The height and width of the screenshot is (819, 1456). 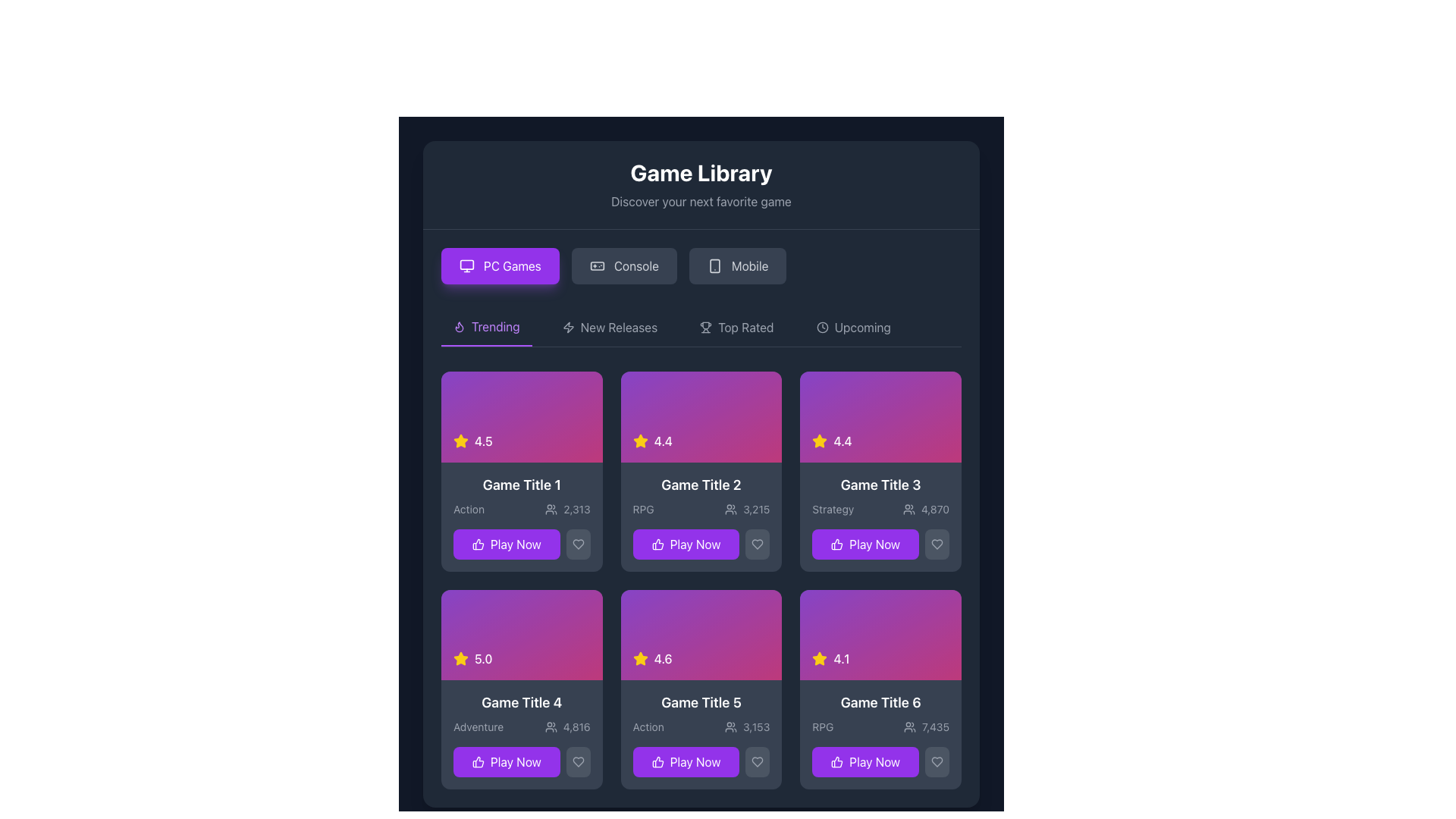 What do you see at coordinates (934, 509) in the screenshot?
I see `the text label displaying the number '4,870' in medium gray font, located at the bottom of the card labeled 'Game Title 3' in the third column of the game grid` at bounding box center [934, 509].